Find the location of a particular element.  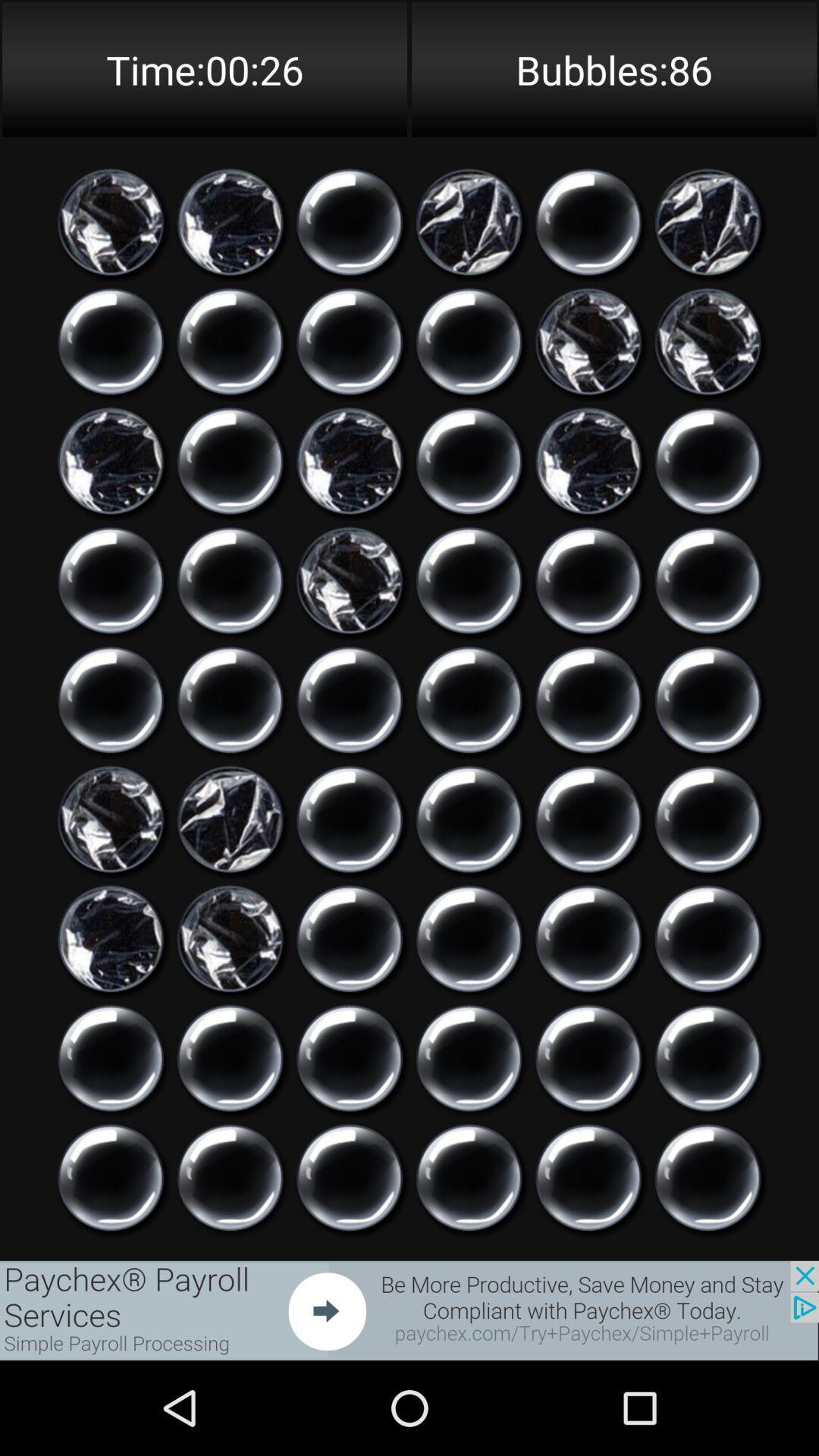

bubble is located at coordinates (230, 699).